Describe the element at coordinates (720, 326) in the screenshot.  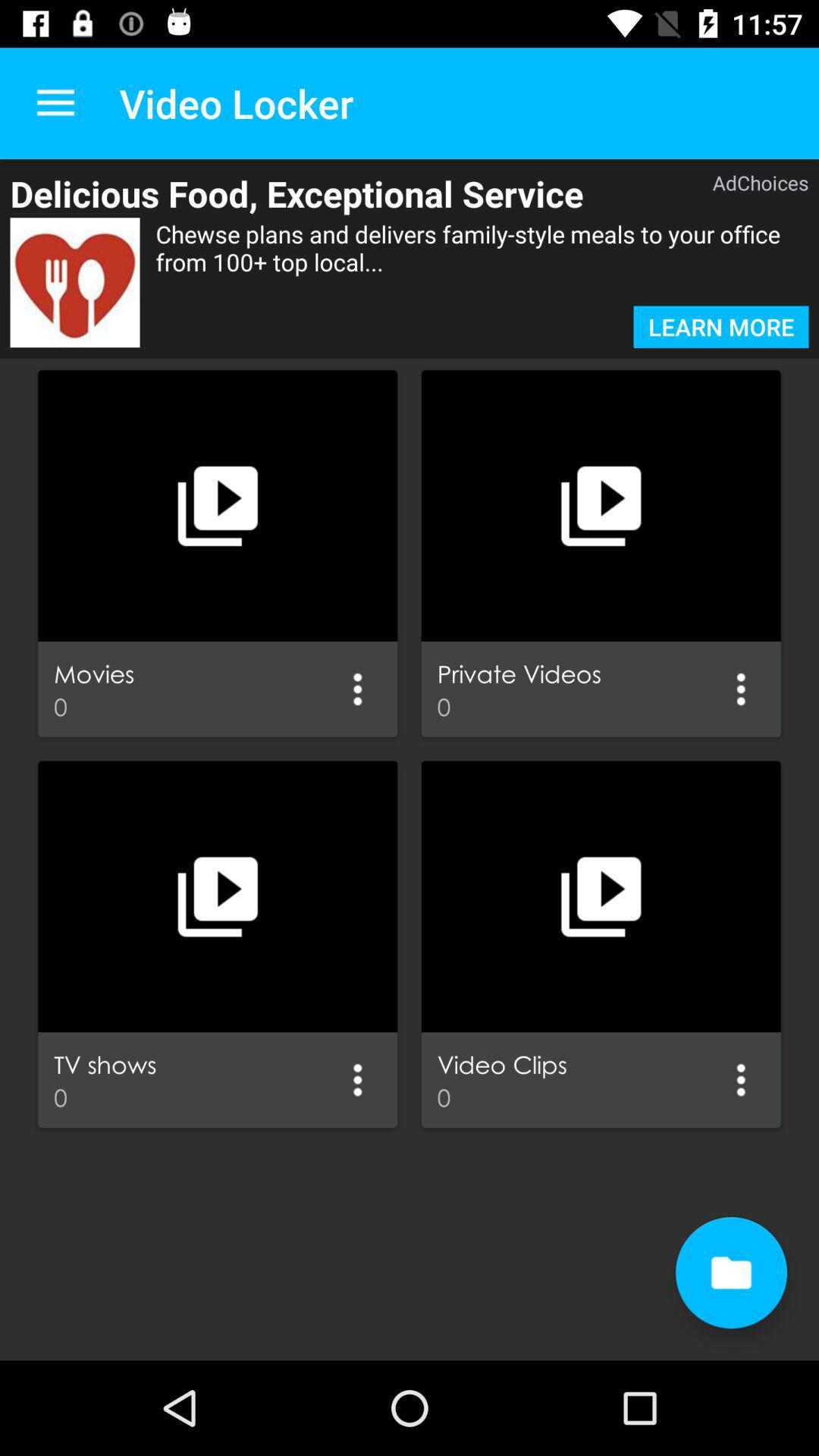
I see `learn more` at that location.